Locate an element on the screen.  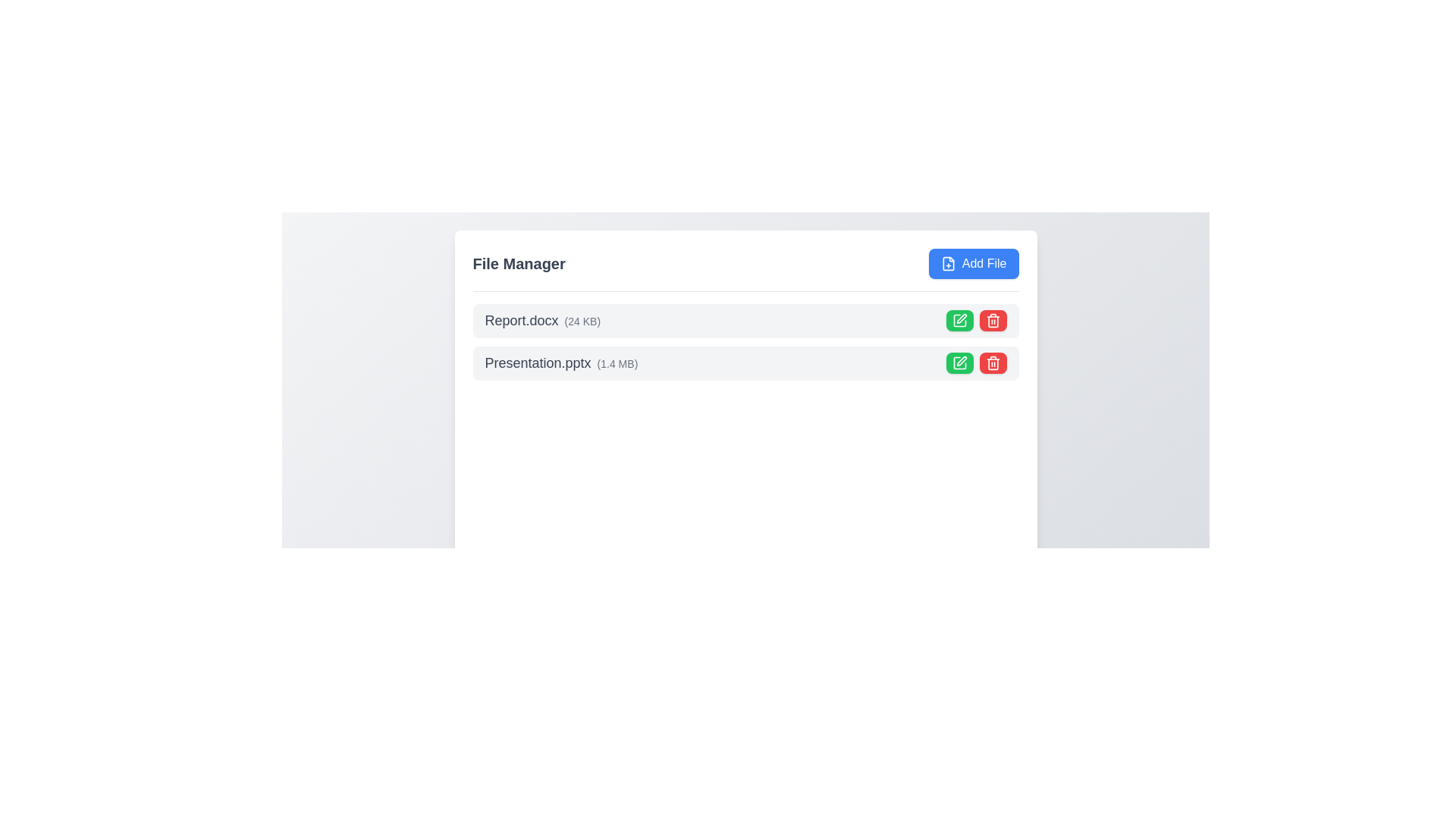
the text label indicating the file name 'Presentation.pptx' in the second file entry of the file manager interface is located at coordinates (538, 362).